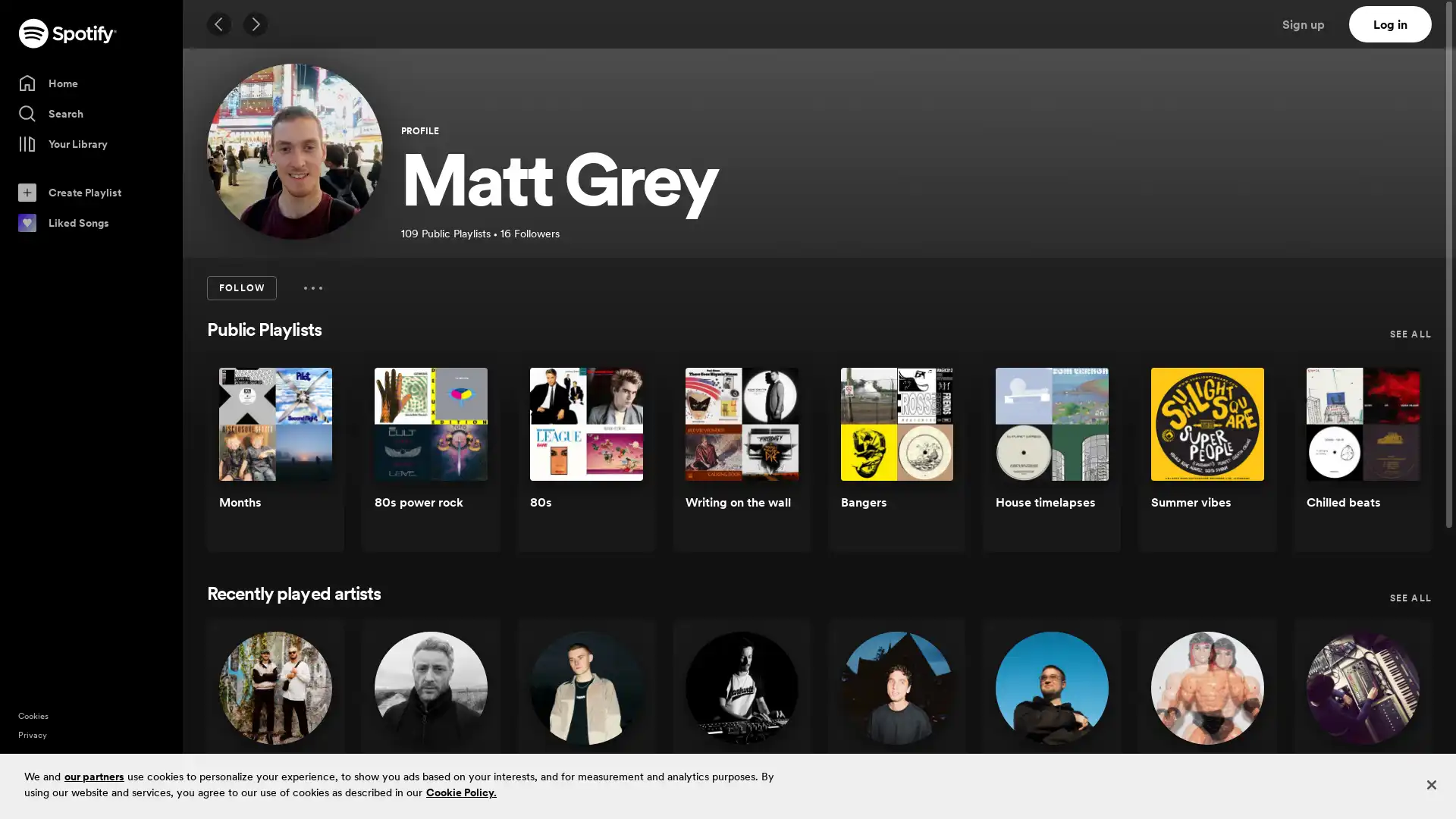 The width and height of the screenshot is (1456, 819). Describe the element at coordinates (1395, 461) in the screenshot. I see `Play Chilled beats` at that location.